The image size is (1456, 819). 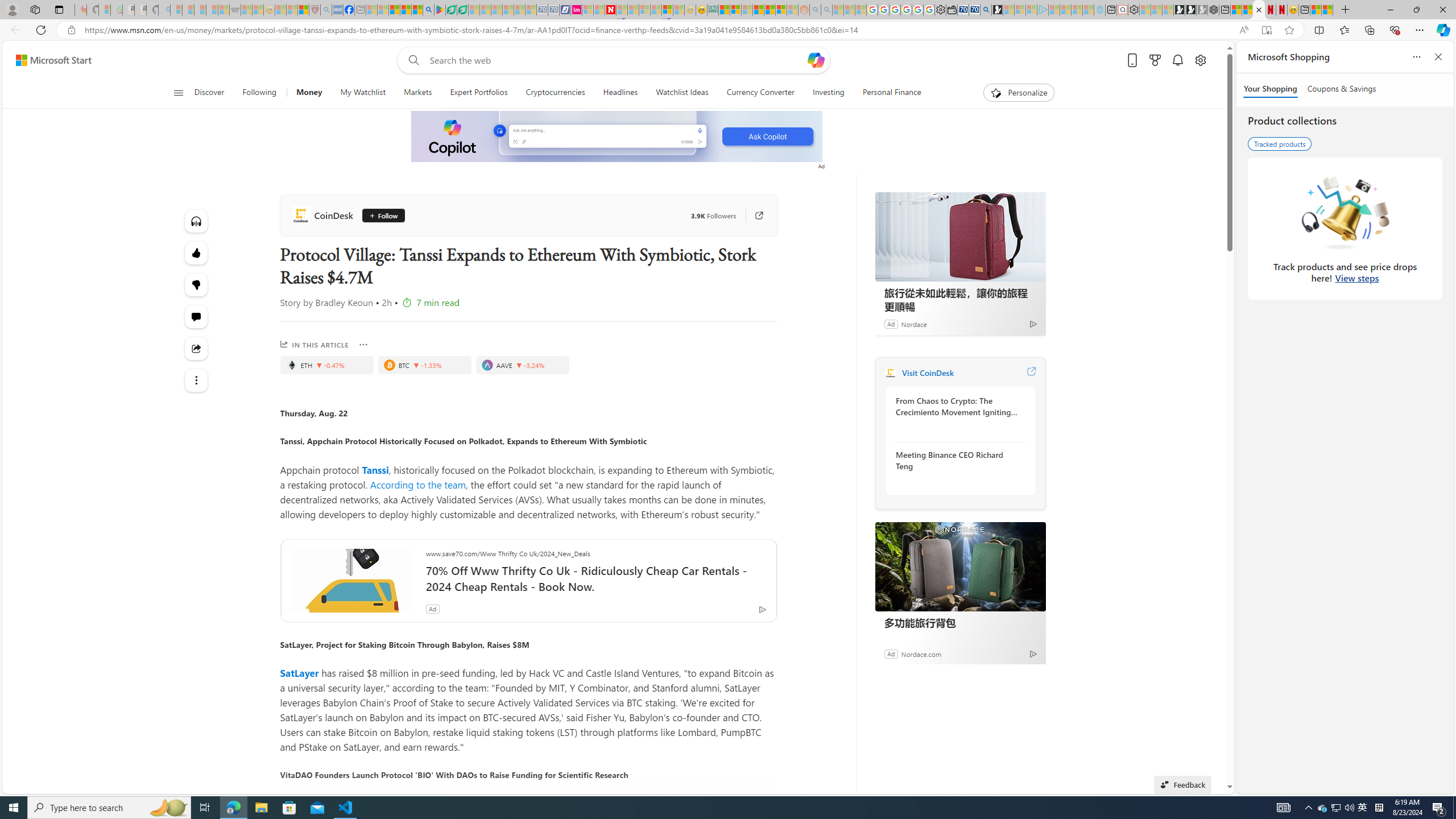 What do you see at coordinates (362, 92) in the screenshot?
I see `'My Watchlist'` at bounding box center [362, 92].